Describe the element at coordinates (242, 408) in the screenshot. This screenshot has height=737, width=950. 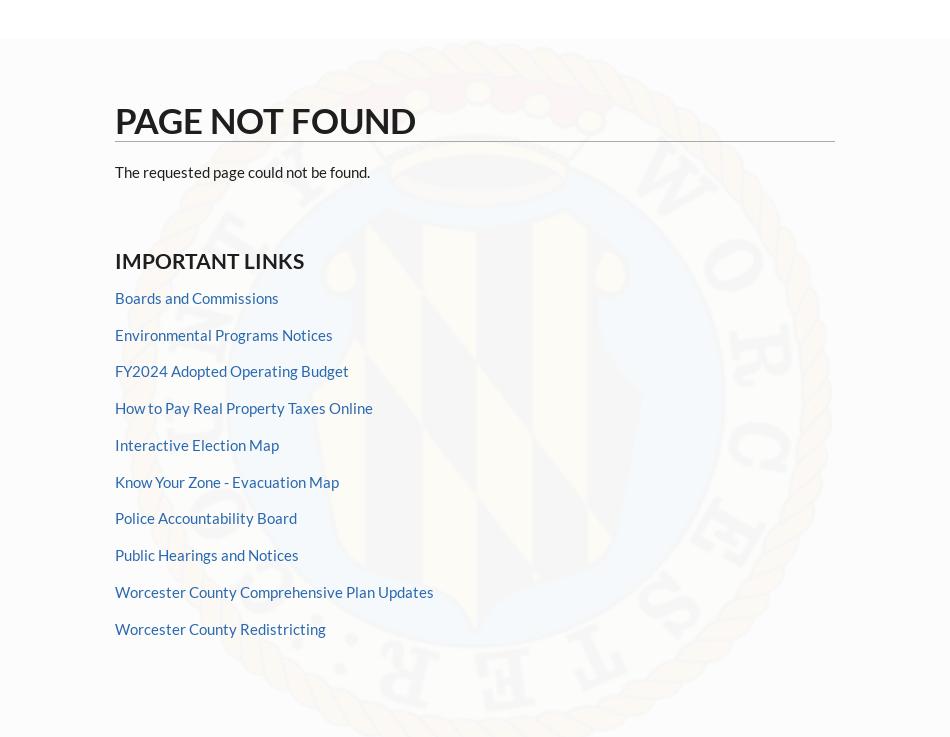
I see `'How to Pay Real Property Taxes Online'` at that location.